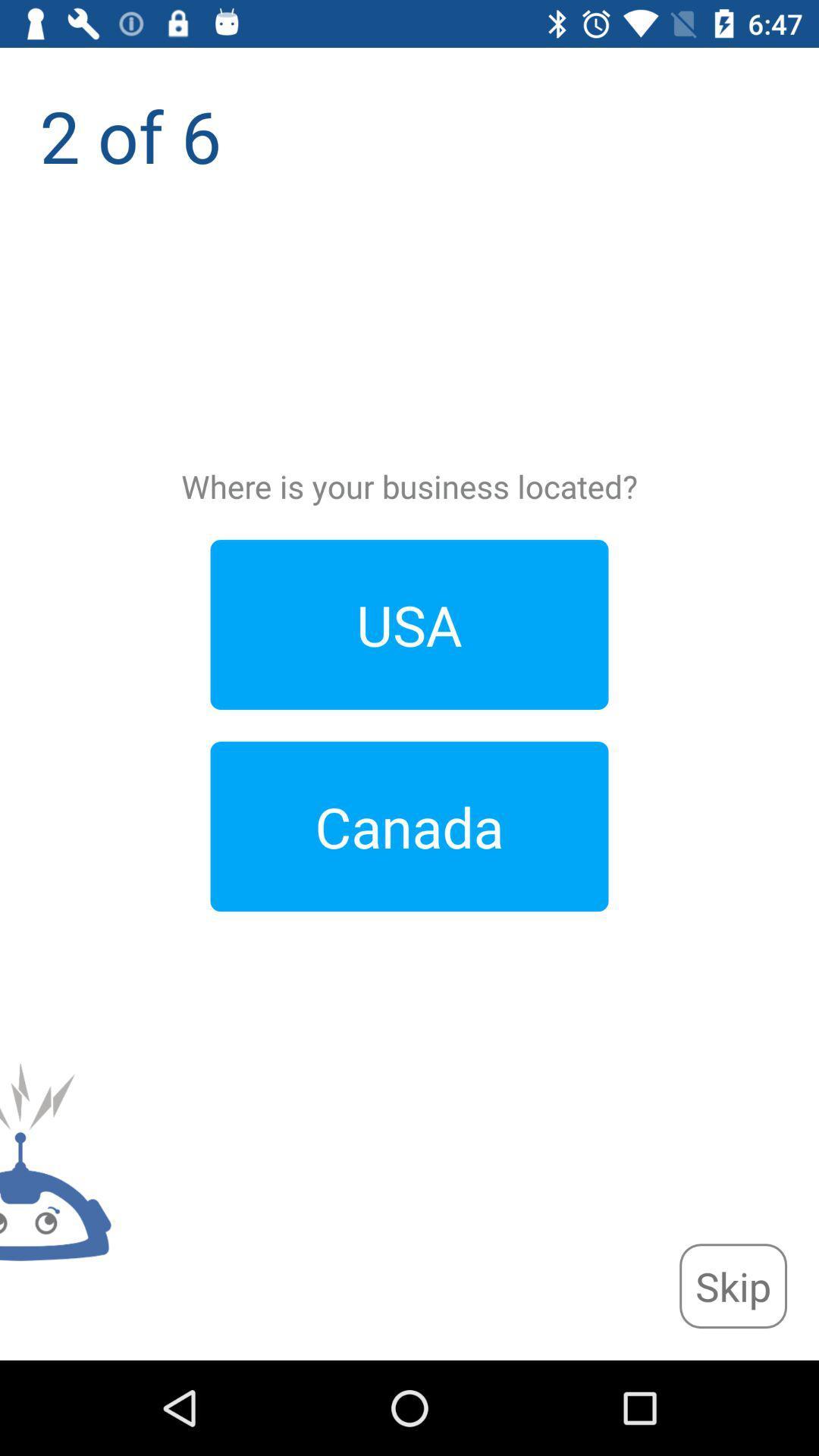 The image size is (819, 1456). I want to click on the canada item, so click(409, 826).